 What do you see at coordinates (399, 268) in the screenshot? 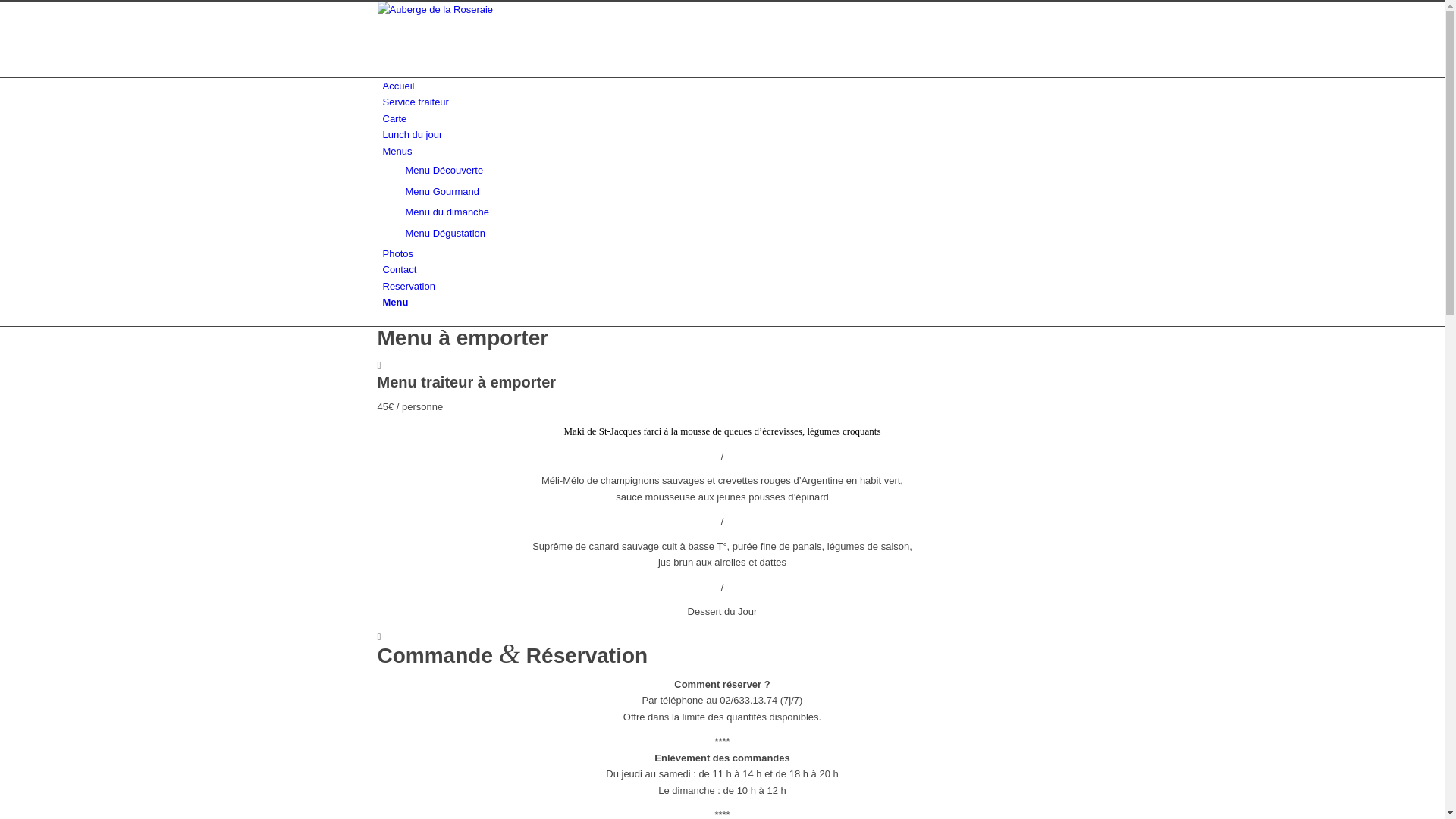
I see `'Contact'` at bounding box center [399, 268].